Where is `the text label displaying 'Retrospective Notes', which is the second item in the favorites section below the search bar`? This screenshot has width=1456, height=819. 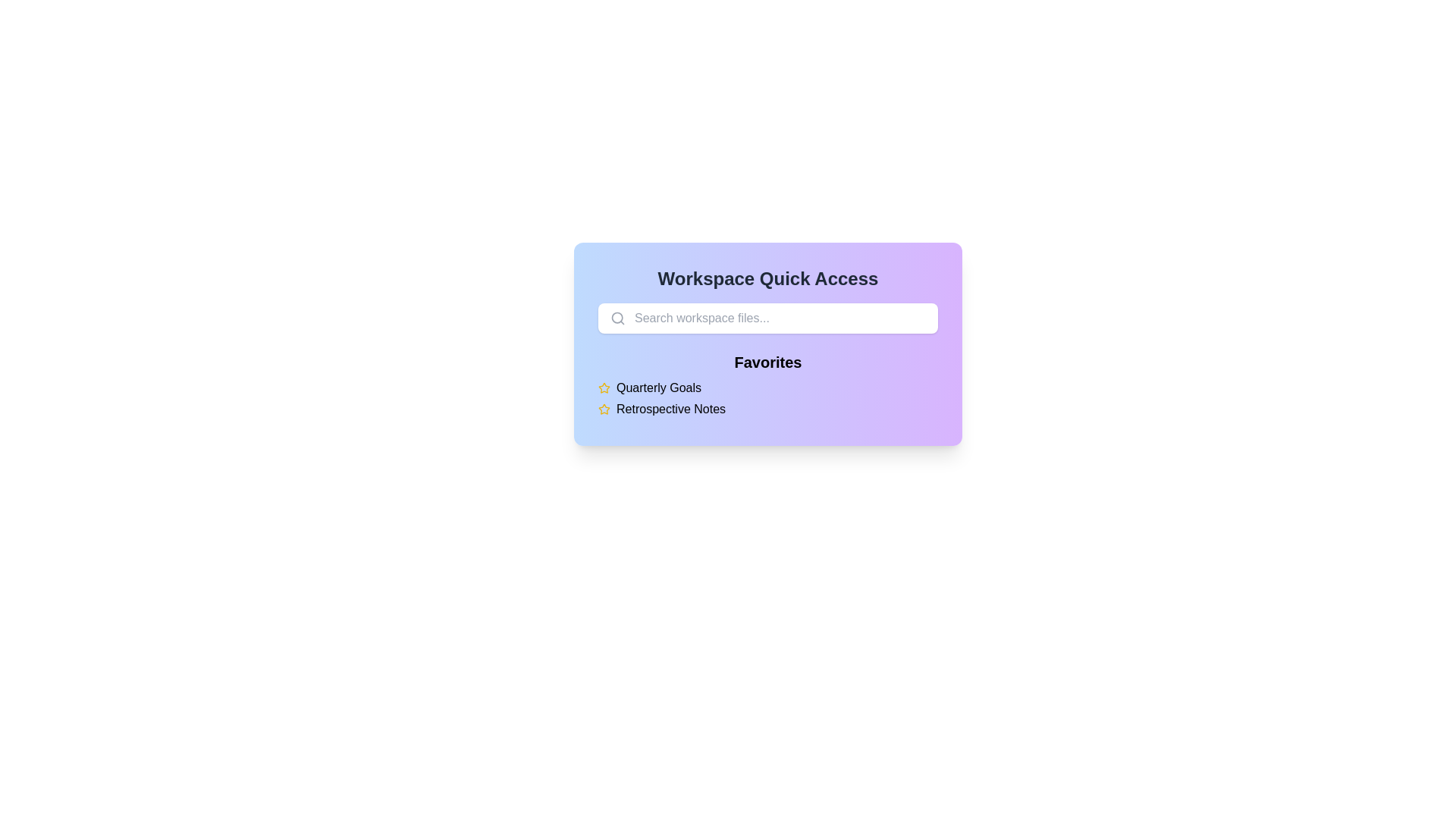
the text label displaying 'Retrospective Notes', which is the second item in the favorites section below the search bar is located at coordinates (670, 409).